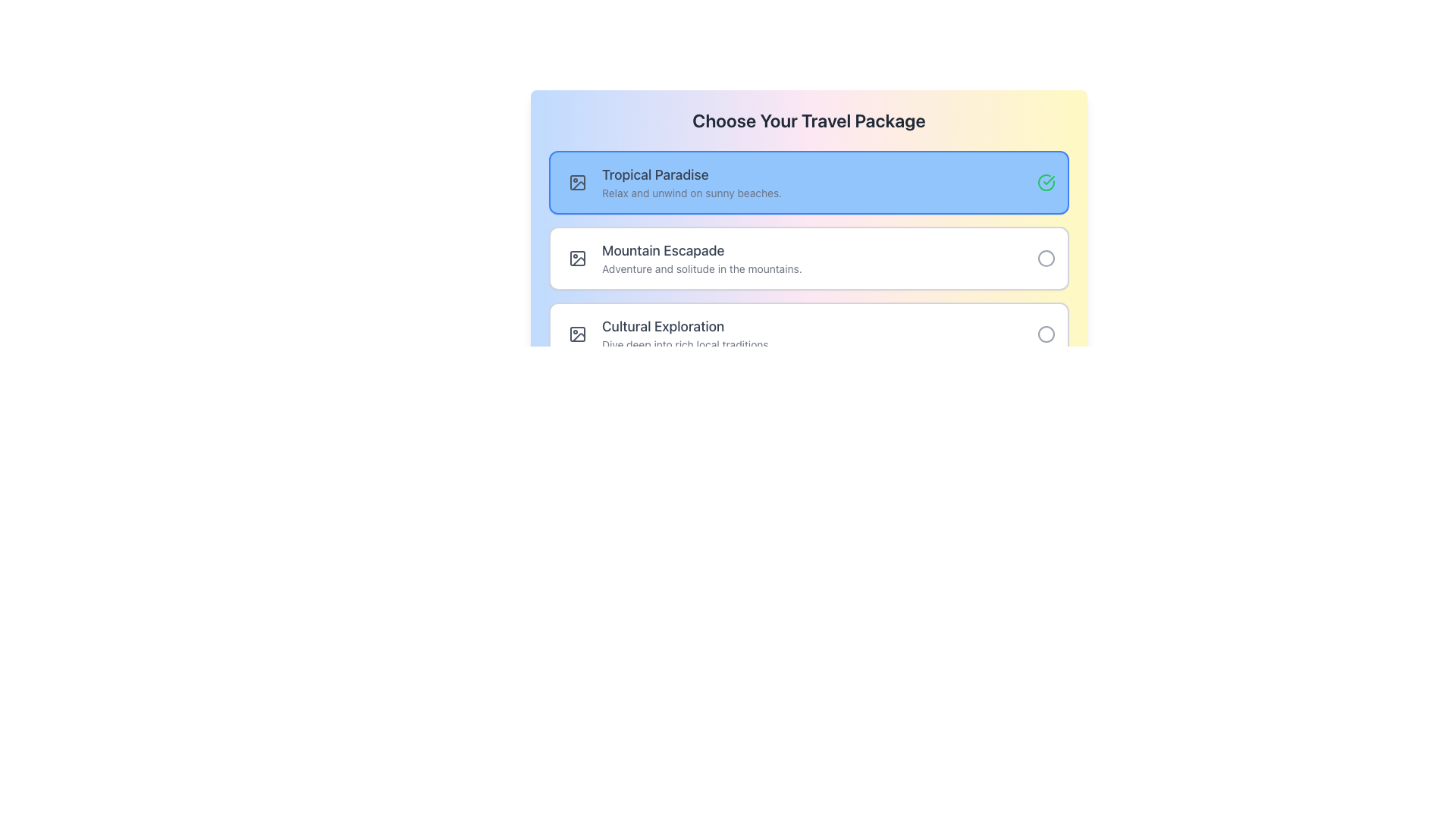 The height and width of the screenshot is (819, 1456). Describe the element at coordinates (1046, 333) in the screenshot. I see `the SVG Circle icon located to the right of the 'Cultural Exploration' option` at that location.